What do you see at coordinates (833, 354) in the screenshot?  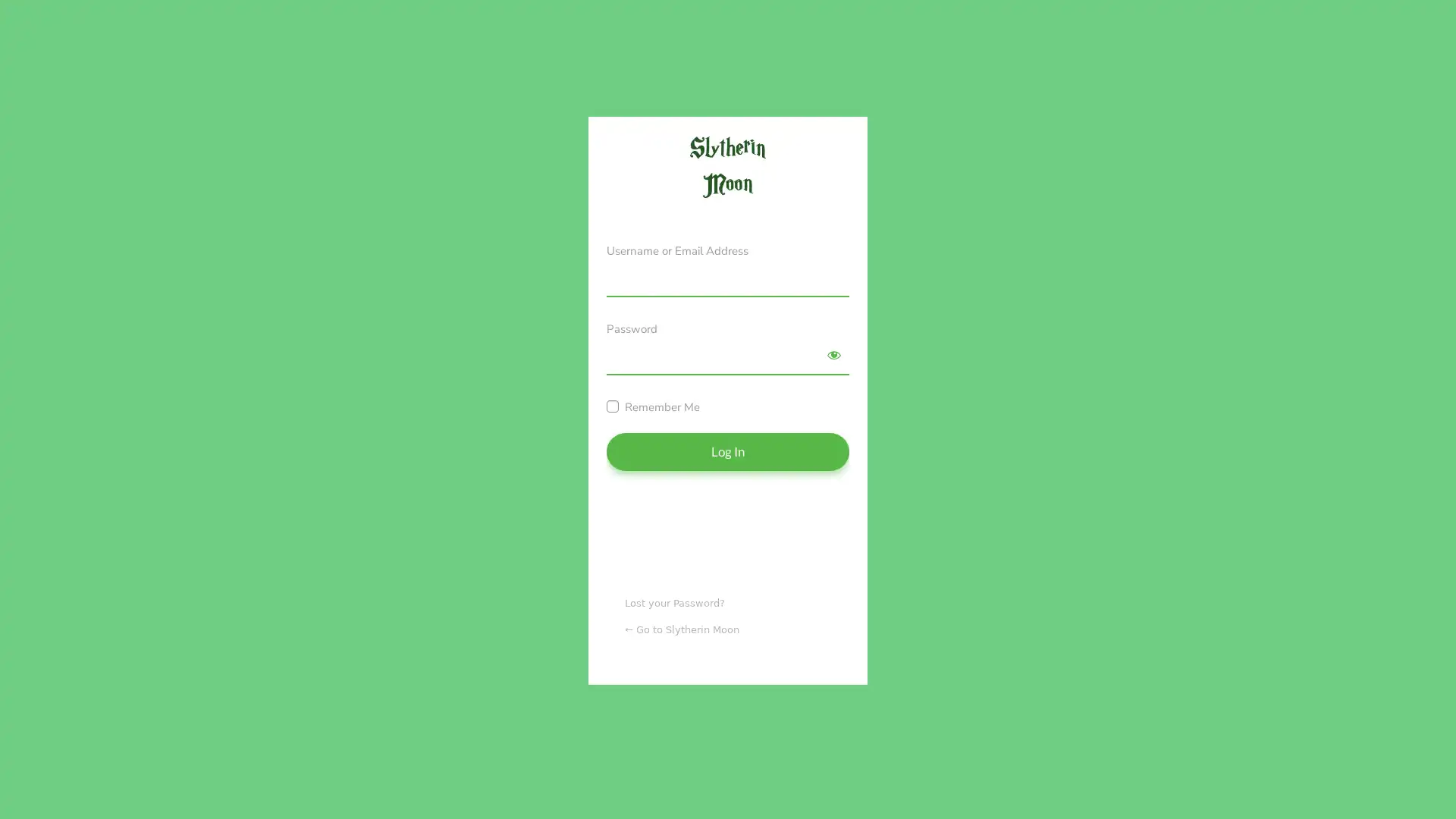 I see `Show Password` at bounding box center [833, 354].